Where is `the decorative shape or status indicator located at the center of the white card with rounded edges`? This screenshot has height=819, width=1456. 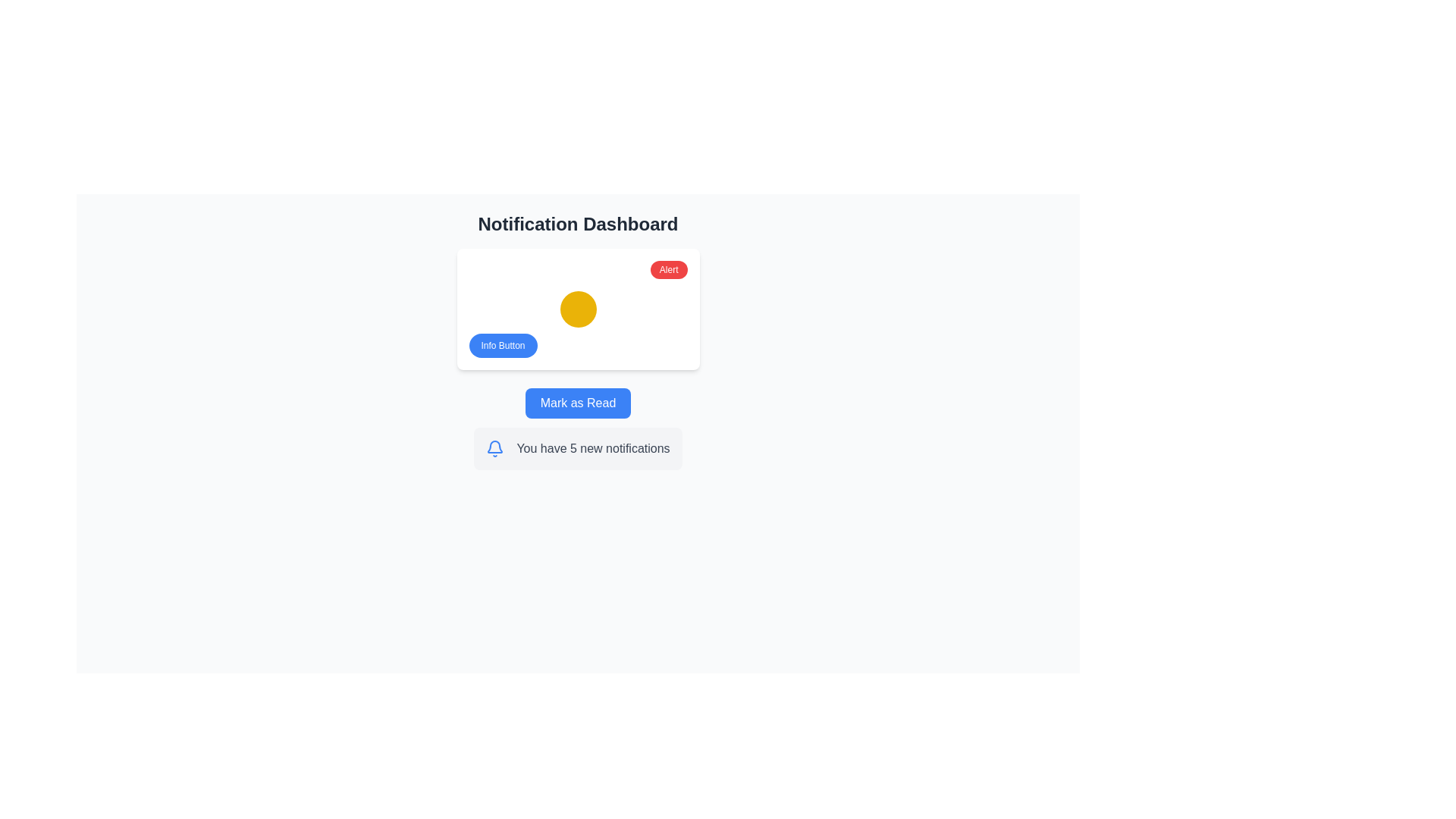
the decorative shape or status indicator located at the center of the white card with rounded edges is located at coordinates (577, 309).